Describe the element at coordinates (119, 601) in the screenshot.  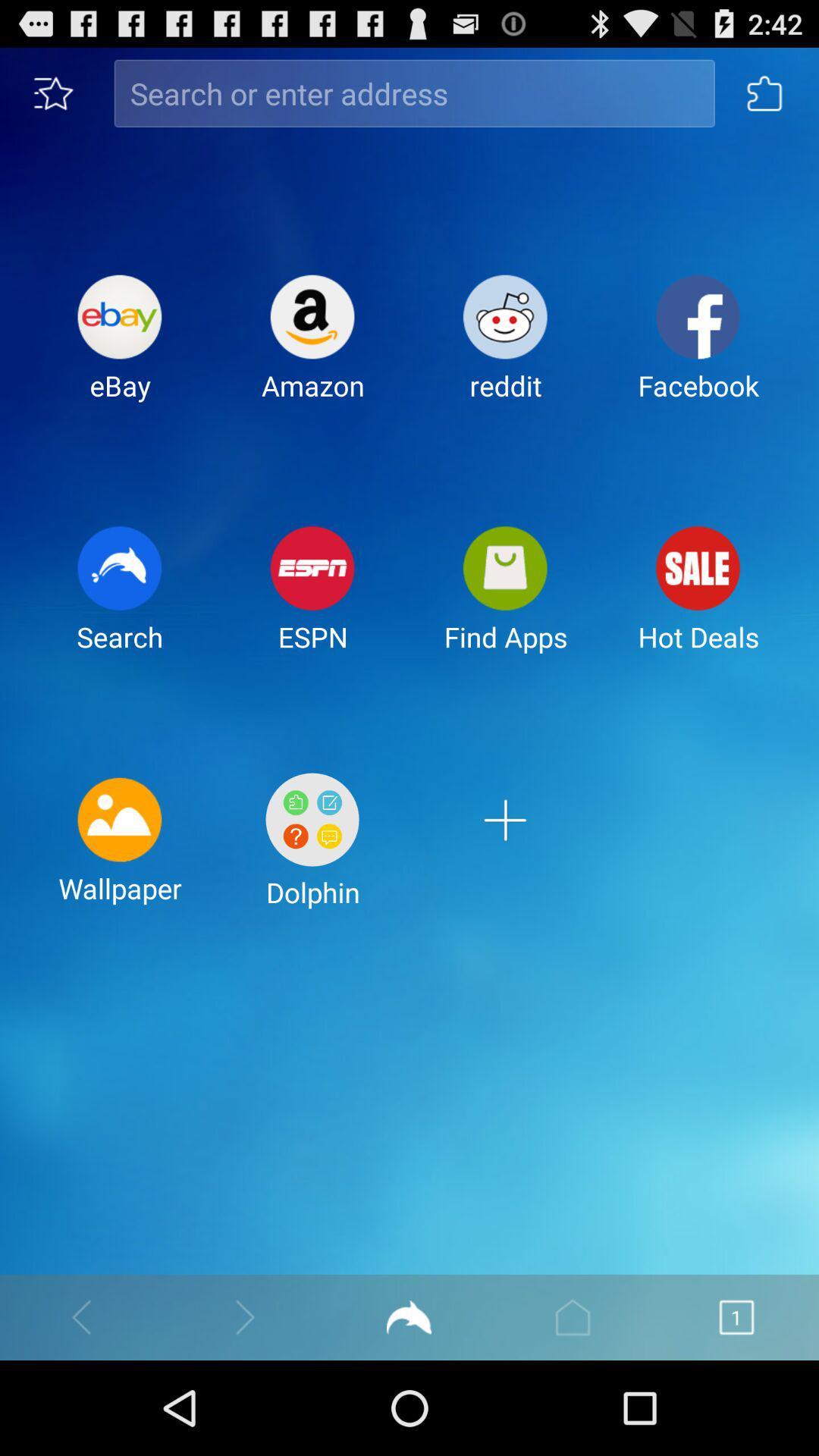
I see `the search` at that location.